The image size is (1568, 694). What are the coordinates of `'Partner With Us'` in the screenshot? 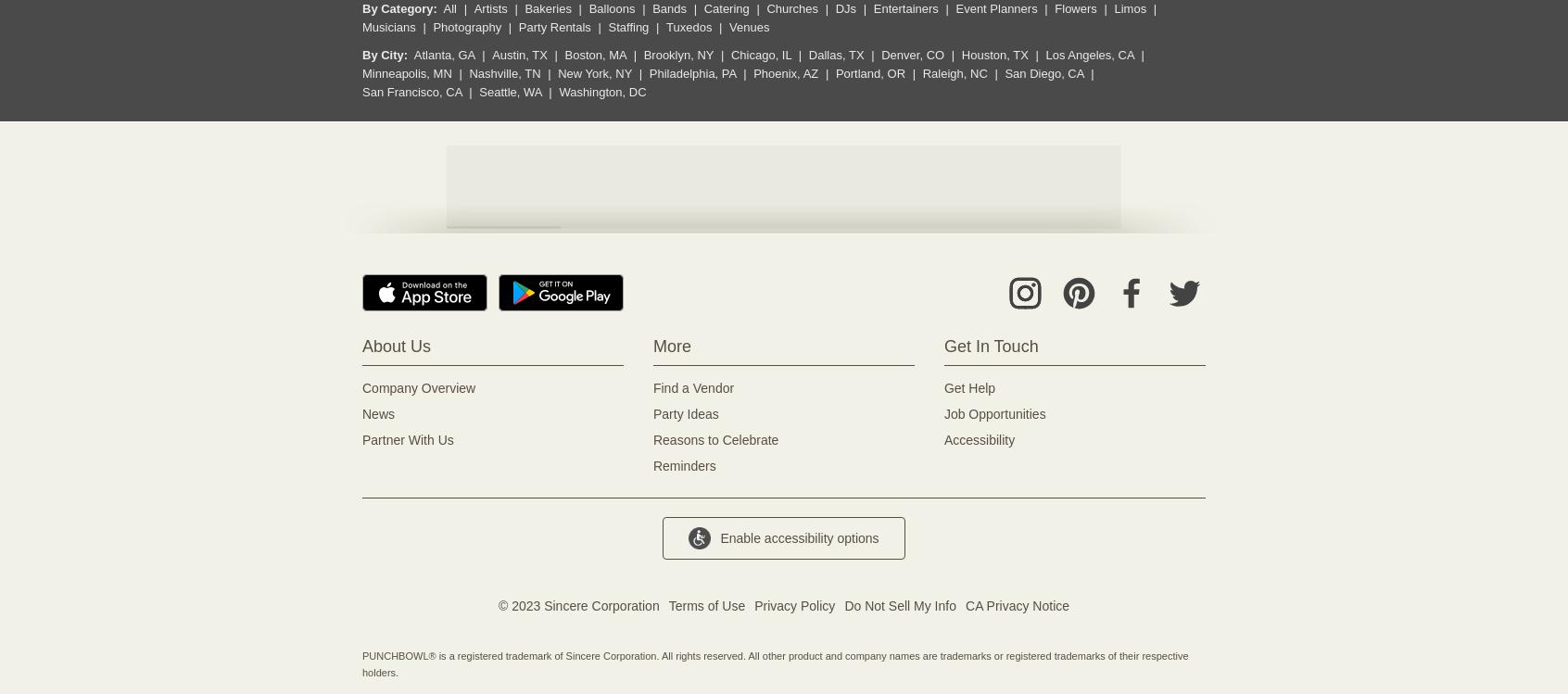 It's located at (406, 440).